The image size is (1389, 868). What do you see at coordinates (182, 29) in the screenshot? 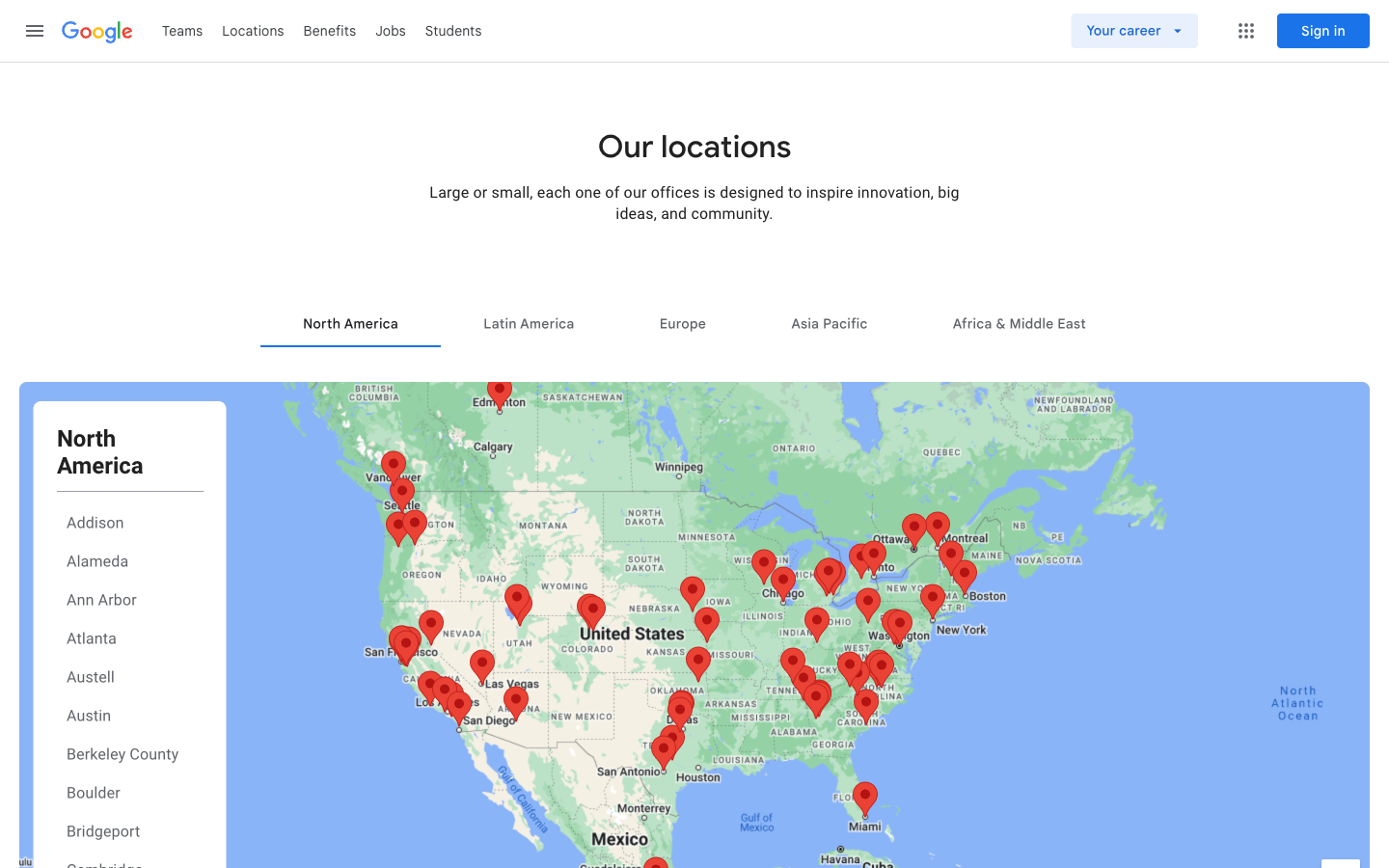
I see `Teams page` at bounding box center [182, 29].